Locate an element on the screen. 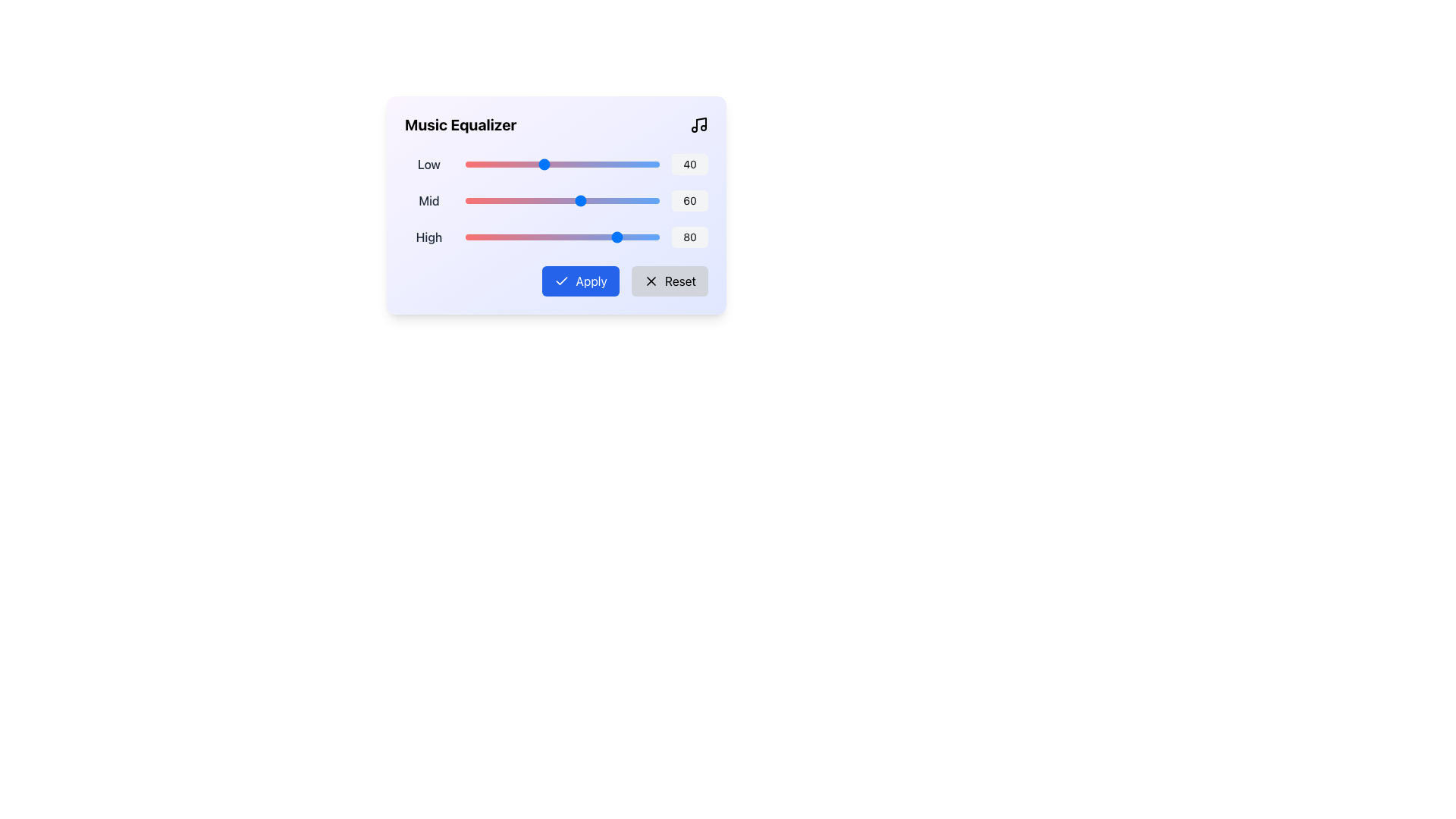 The height and width of the screenshot is (819, 1456). the low equalizer slider is located at coordinates (630, 164).